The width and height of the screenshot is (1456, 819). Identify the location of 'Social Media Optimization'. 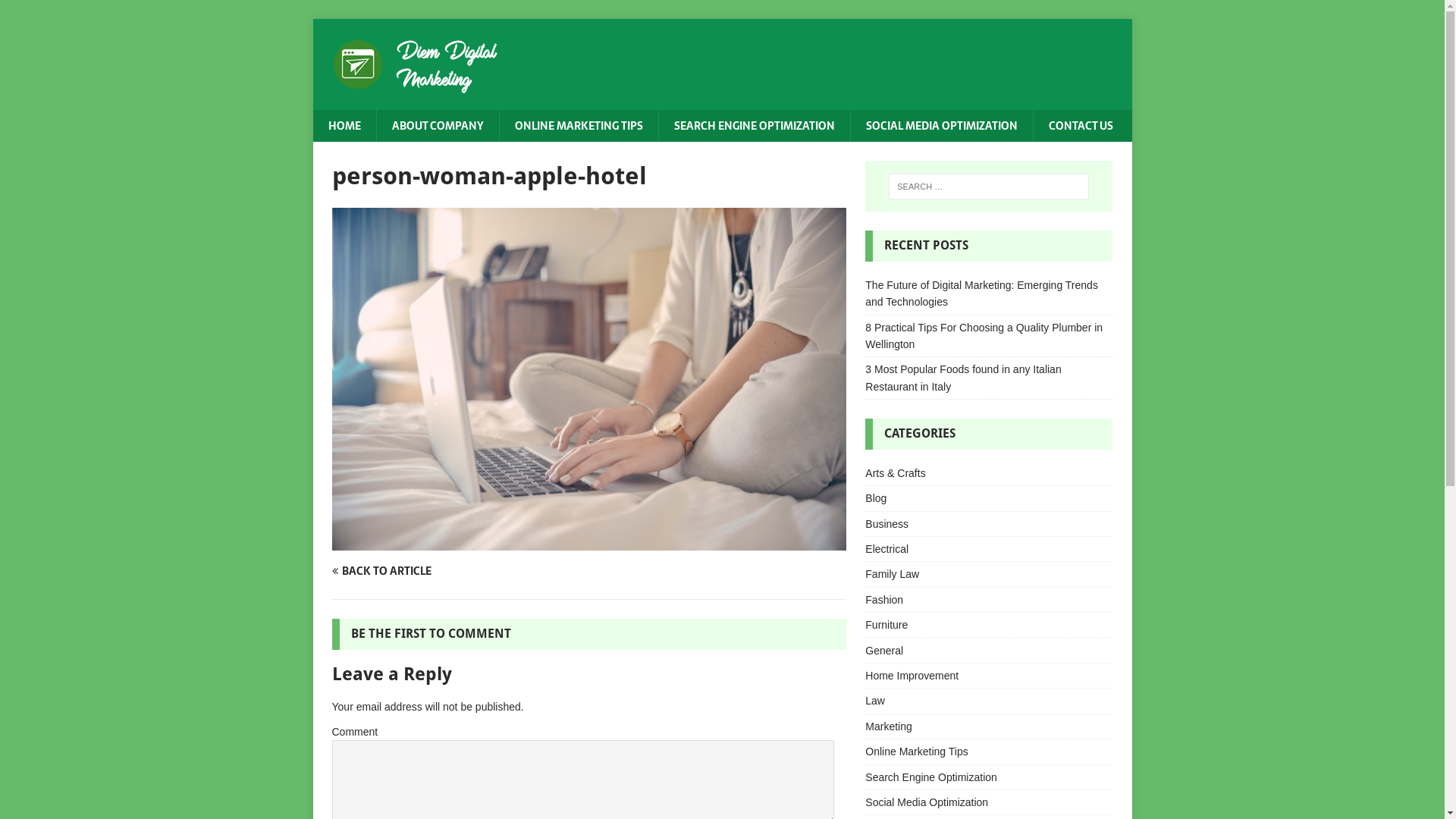
(865, 801).